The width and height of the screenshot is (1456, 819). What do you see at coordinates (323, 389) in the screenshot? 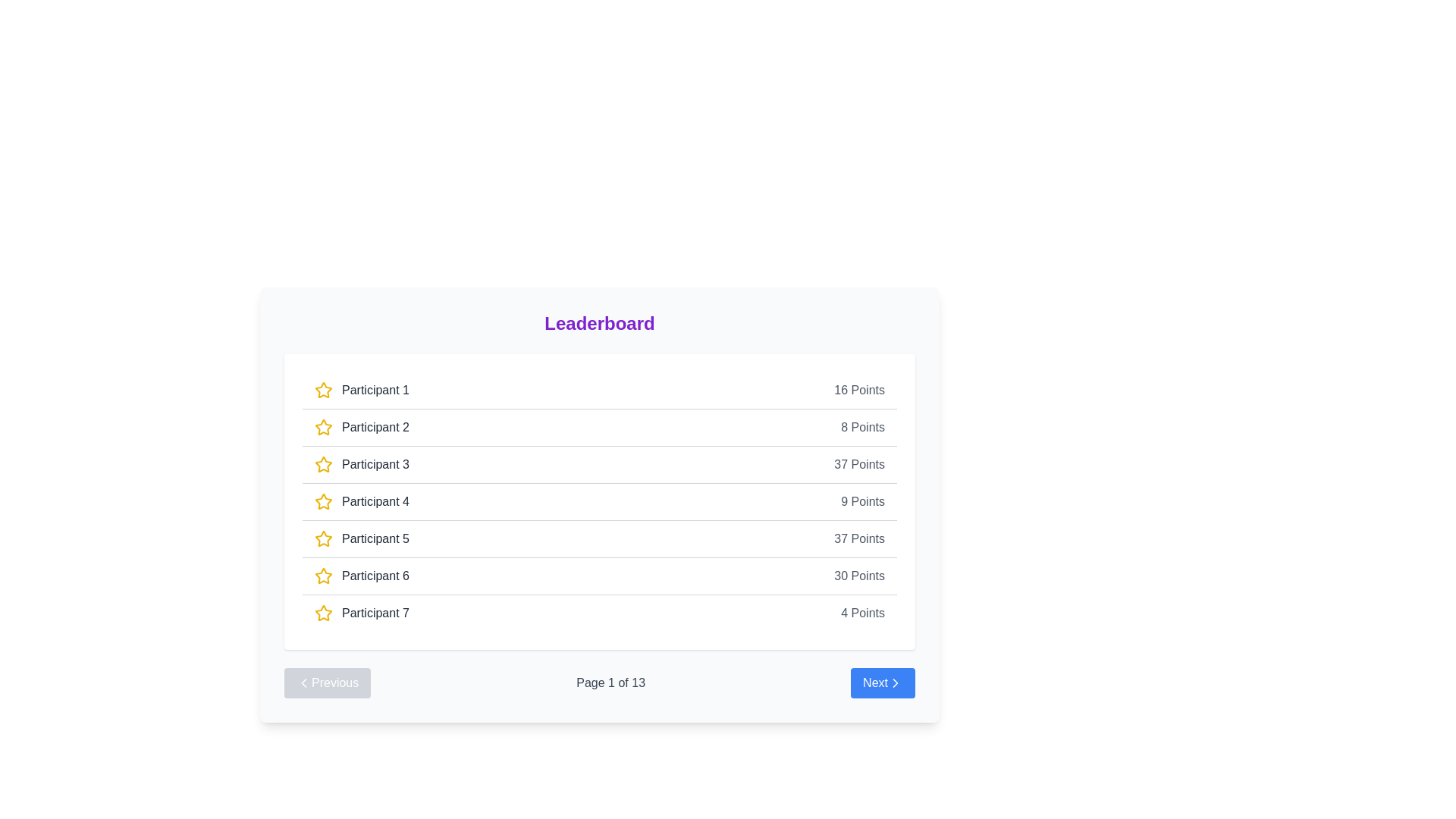
I see `the star-shaped icon with a yellow border and hollow center, which is the second entry in the leaderboard table below the header 'Leaderboard'` at bounding box center [323, 389].